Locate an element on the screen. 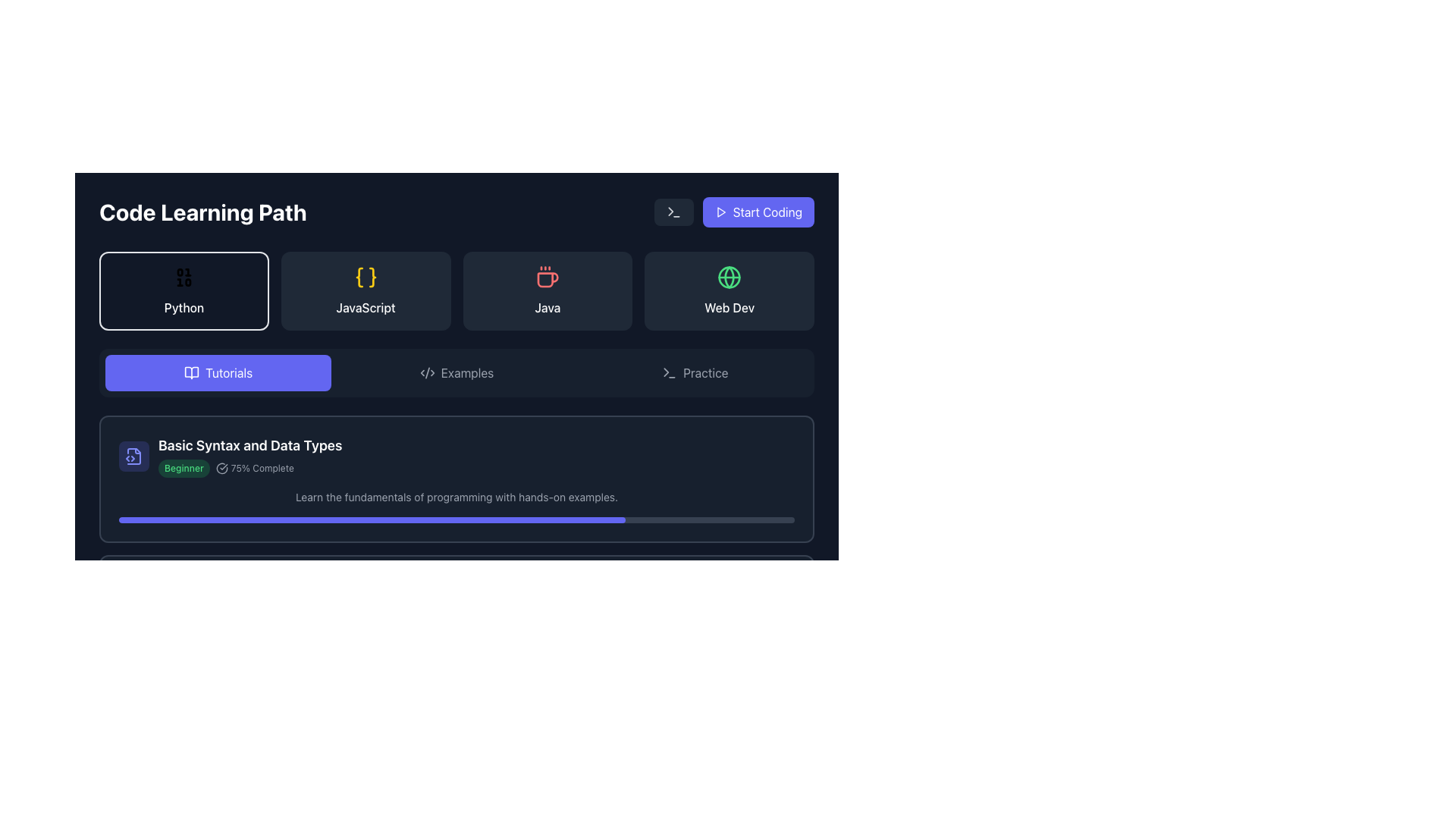  the 'JavaScript' button, which is a rectangular button with a dark background, rounded corners, a yellow braces icon at the center, and the text 'JavaScript' in white below the icon is located at coordinates (366, 291).